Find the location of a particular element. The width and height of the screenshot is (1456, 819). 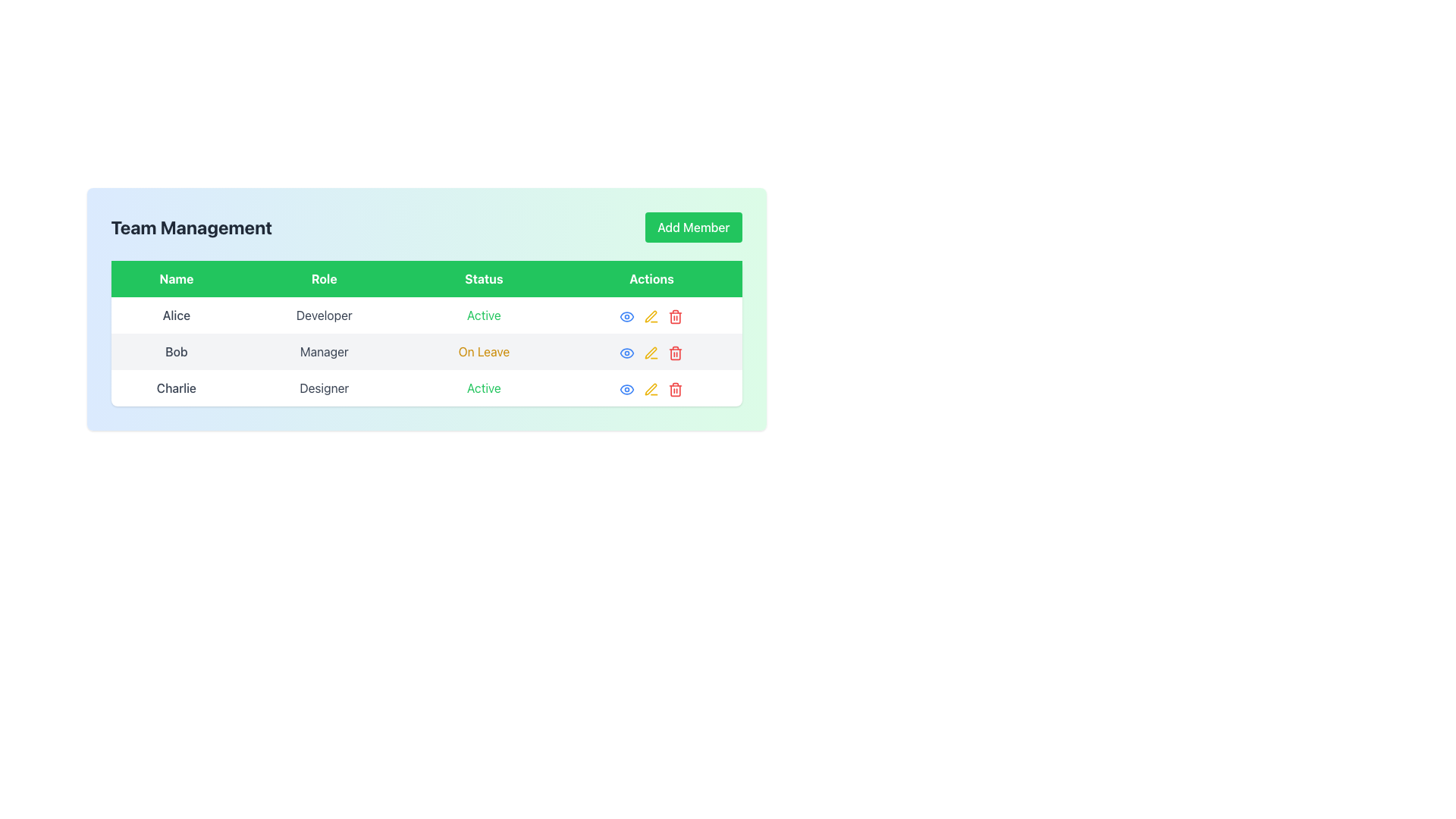

the delete button located in the third position under the 'Actions' column for the user 'Bob' in the second row of the table is located at coordinates (675, 351).